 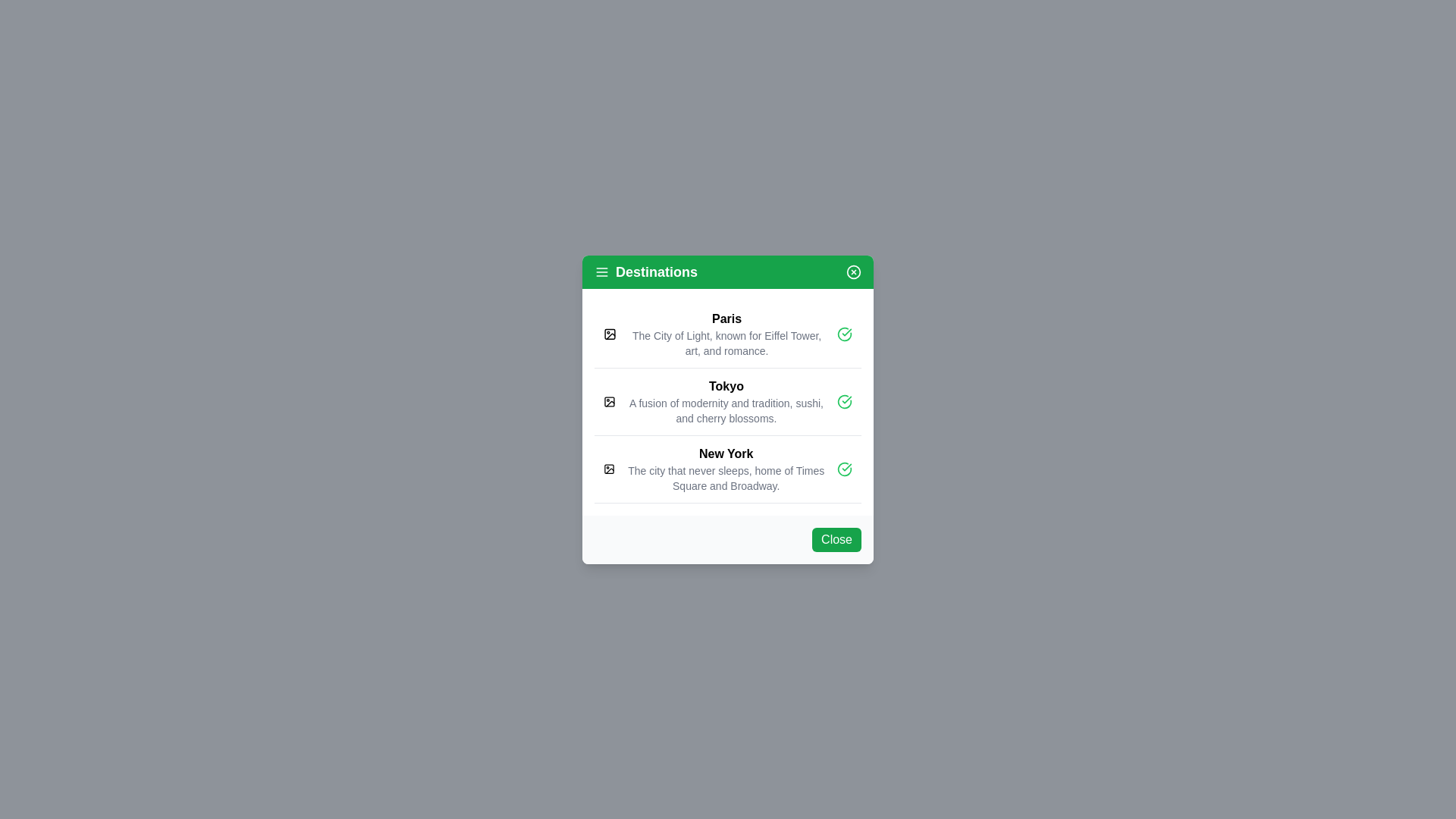 I want to click on the close button located at the bottom-right of the modal dialog to observe the hover effect, so click(x=728, y=538).